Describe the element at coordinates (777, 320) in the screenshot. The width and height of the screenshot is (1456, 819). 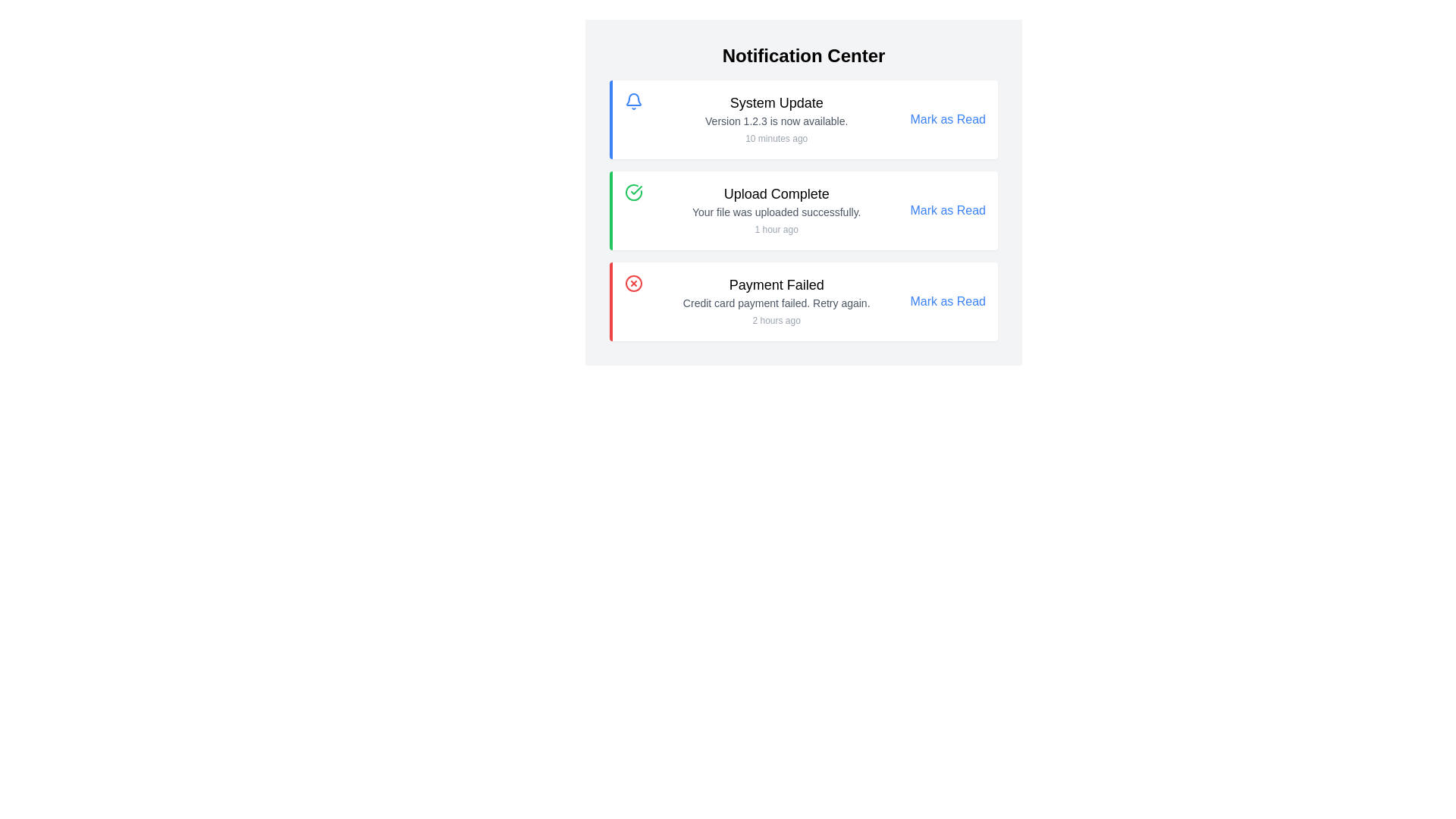
I see `the text element displaying '2 hours ago' within the 'Payment Failed' notification in the Notification Center` at that location.